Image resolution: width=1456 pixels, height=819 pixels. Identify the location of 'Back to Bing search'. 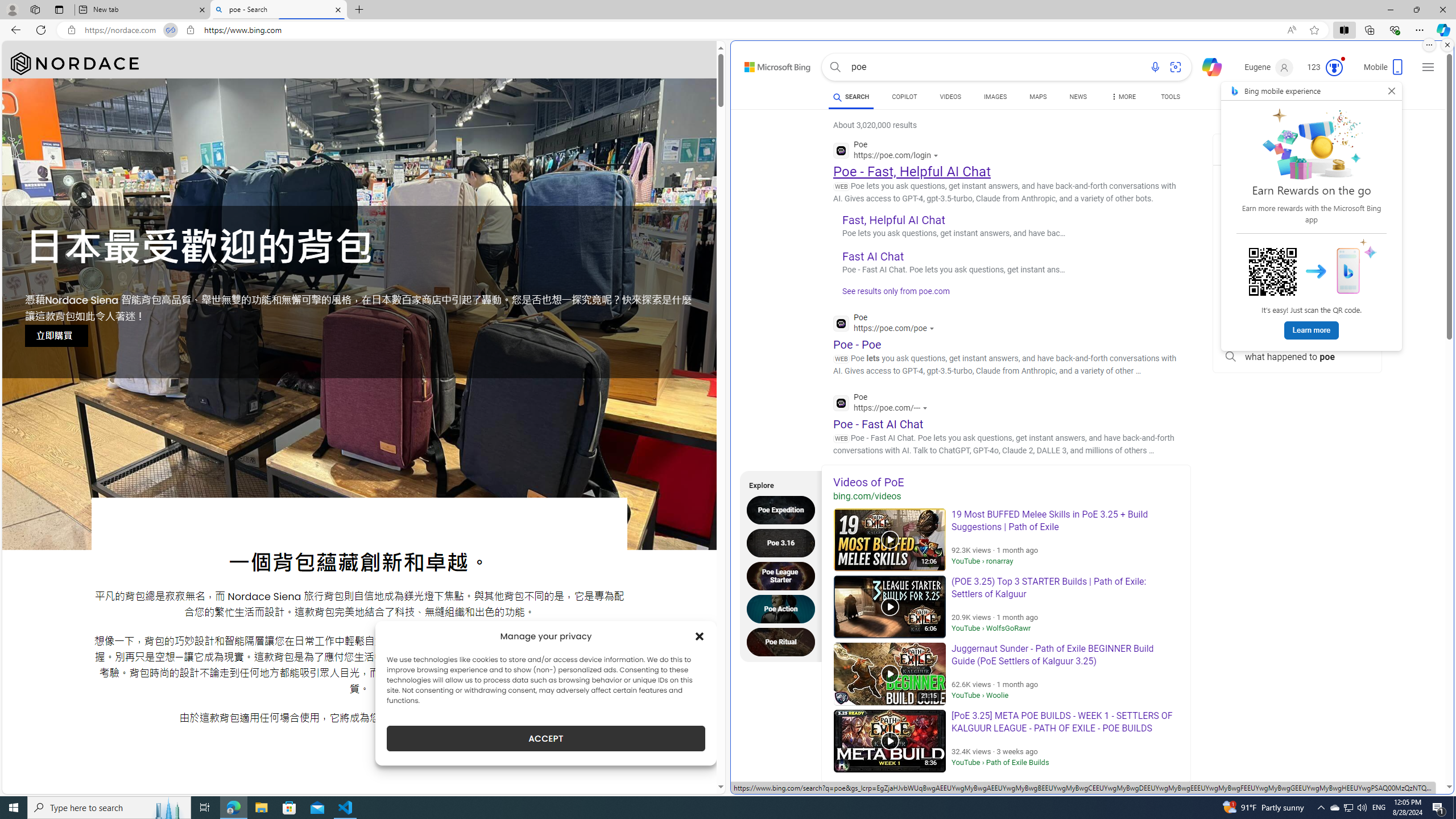
(770, 64).